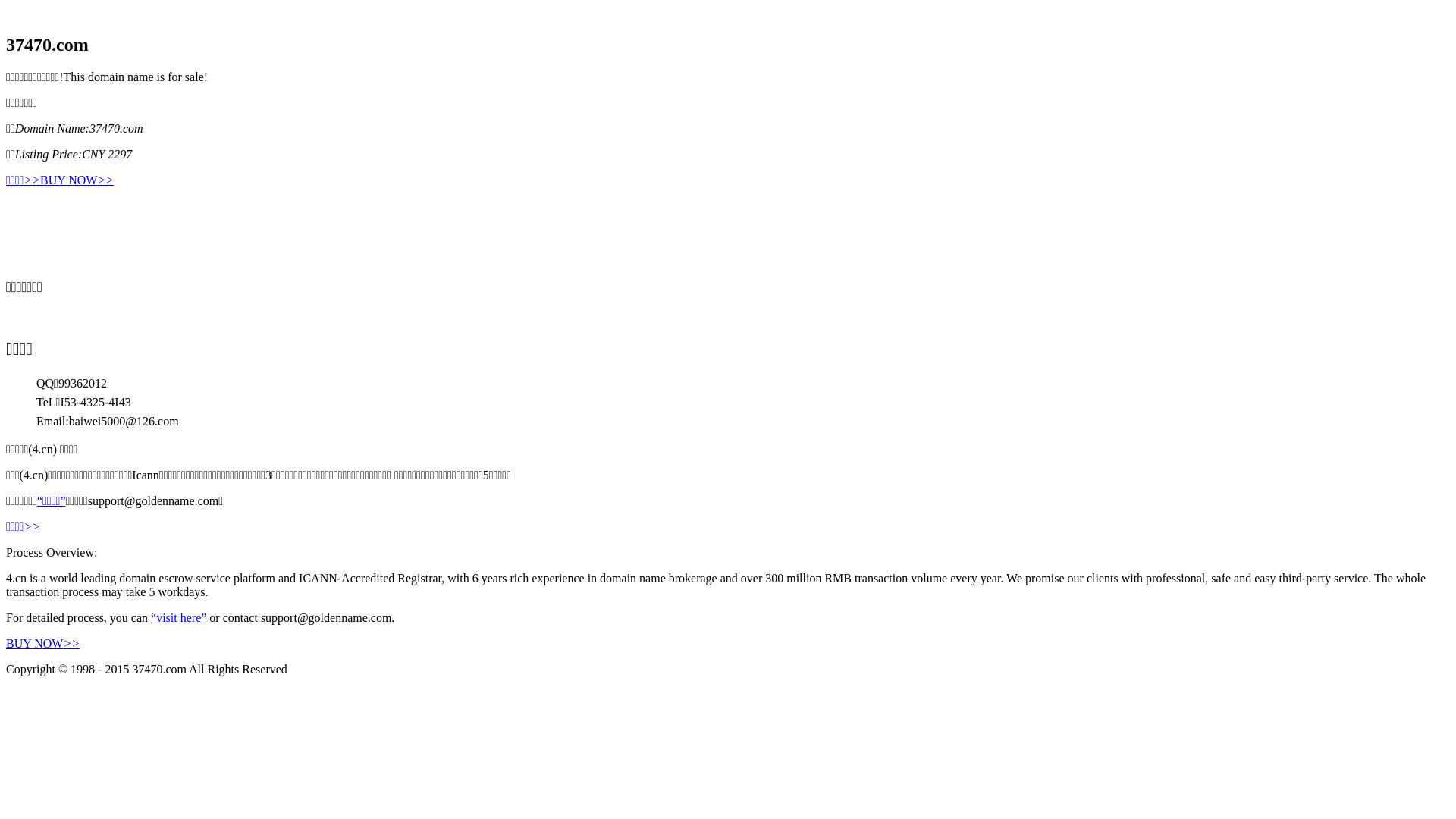 The width and height of the screenshot is (1456, 819). What do you see at coordinates (76, 180) in the screenshot?
I see `'BUY NOW>>'` at bounding box center [76, 180].